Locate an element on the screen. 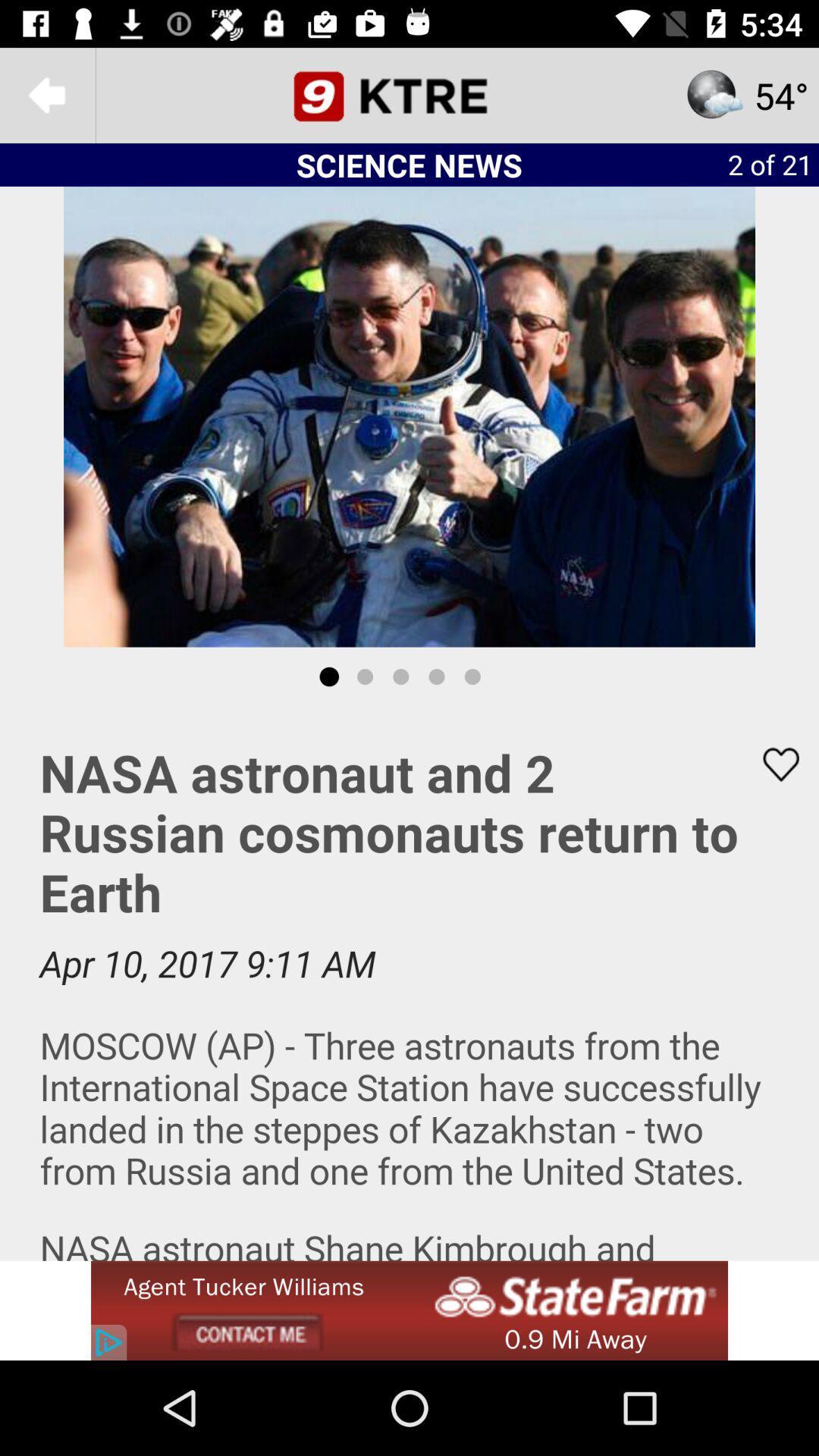 This screenshot has width=819, height=1456. favorites option is located at coordinates (771, 764).